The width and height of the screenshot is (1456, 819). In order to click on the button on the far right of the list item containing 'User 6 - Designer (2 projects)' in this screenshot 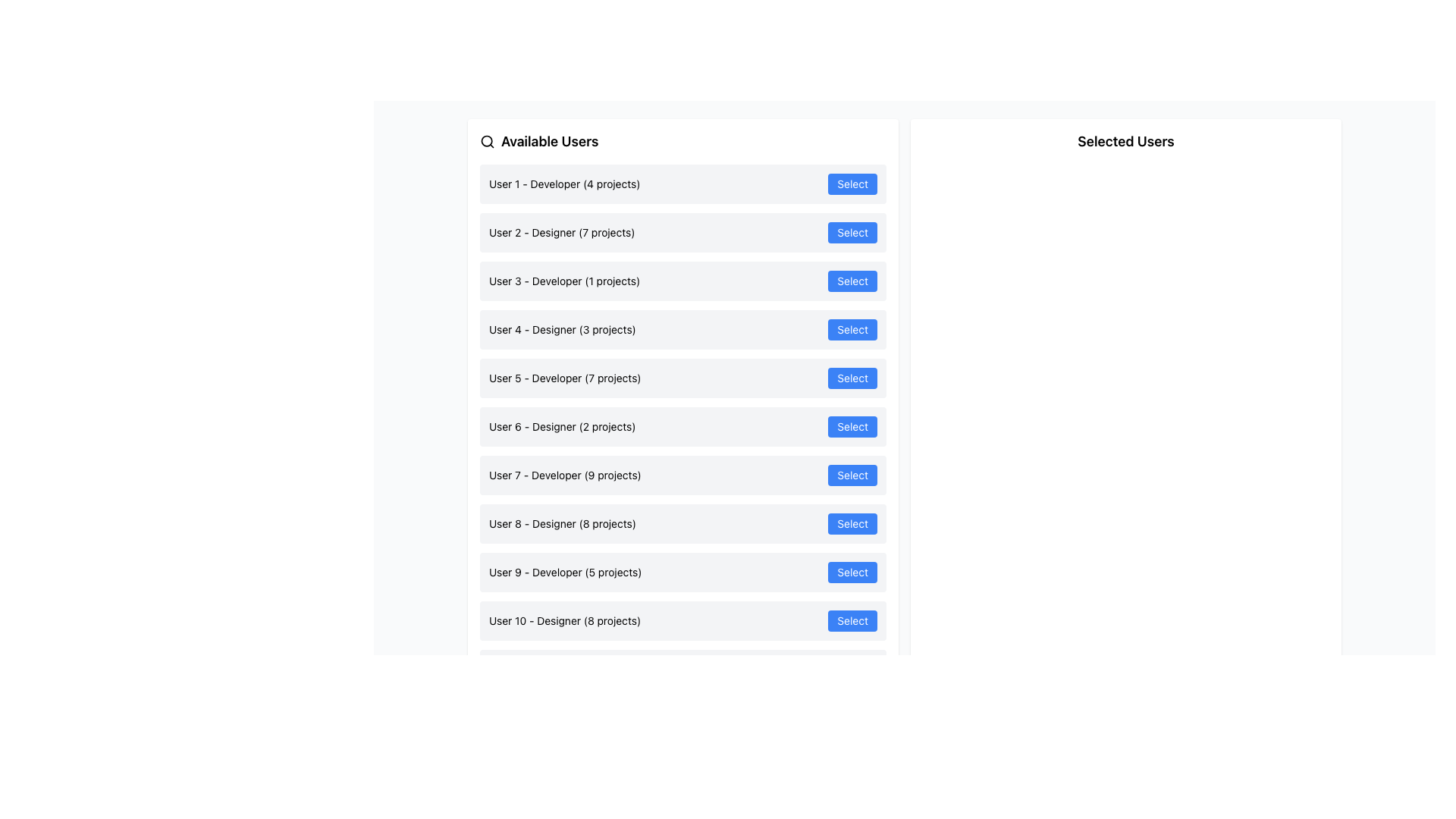, I will do `click(852, 427)`.